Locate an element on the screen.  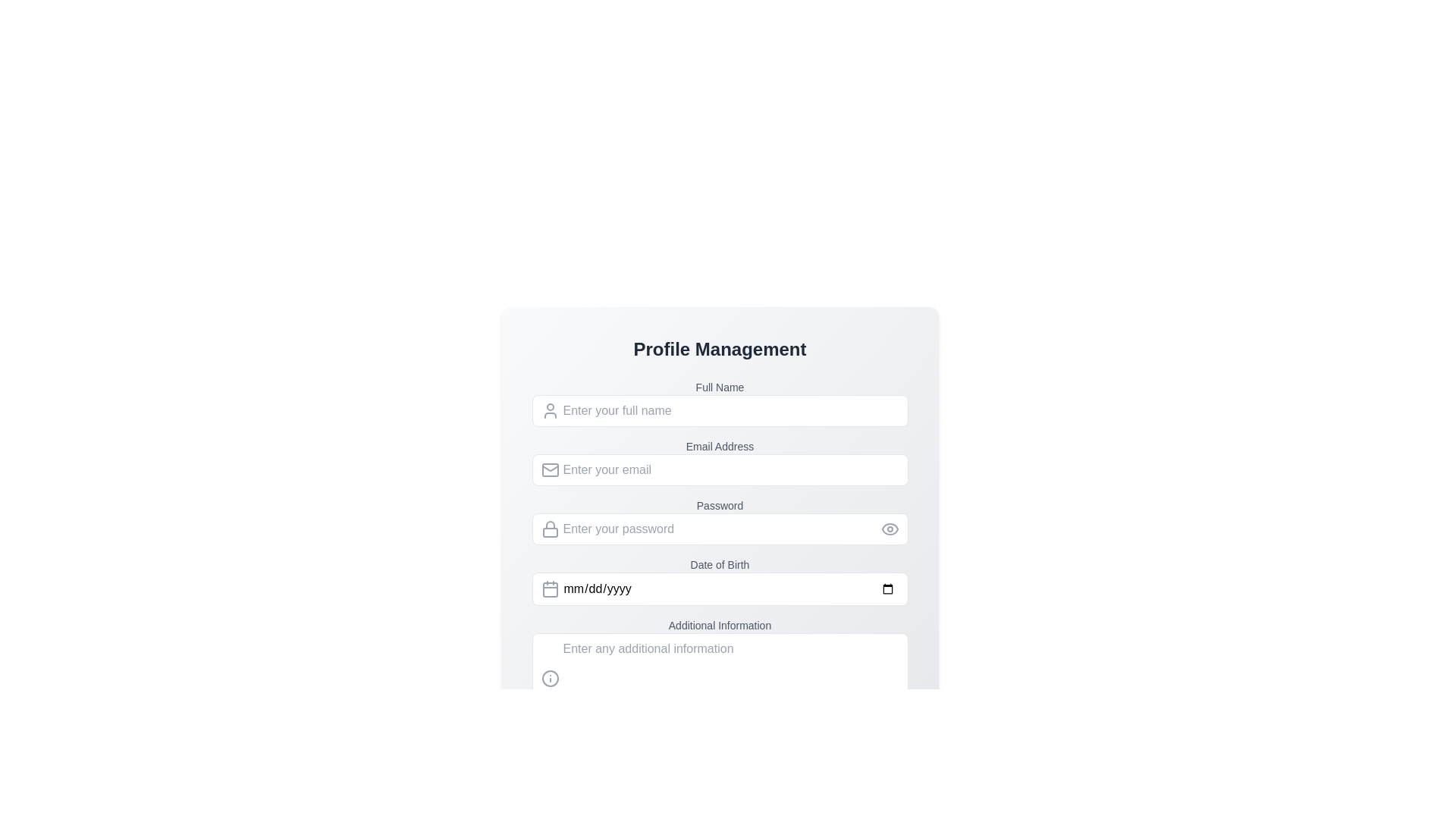
a date using the calendar picker adjacent to the 'Date of Birth' text input field located beneath the 'Password' section is located at coordinates (719, 573).